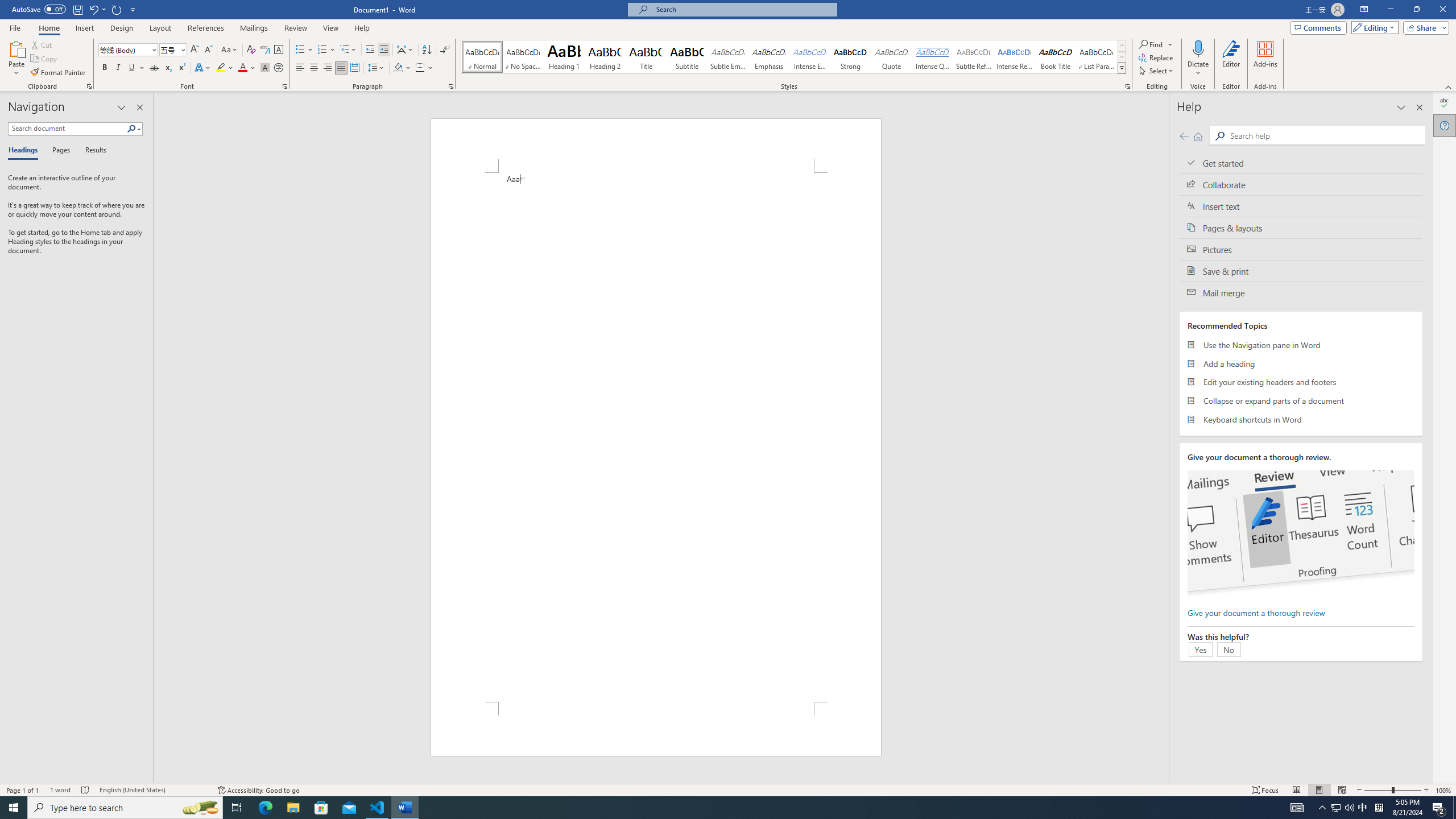  What do you see at coordinates (1300, 344) in the screenshot?
I see `'Use the Navigation pane in Word'` at bounding box center [1300, 344].